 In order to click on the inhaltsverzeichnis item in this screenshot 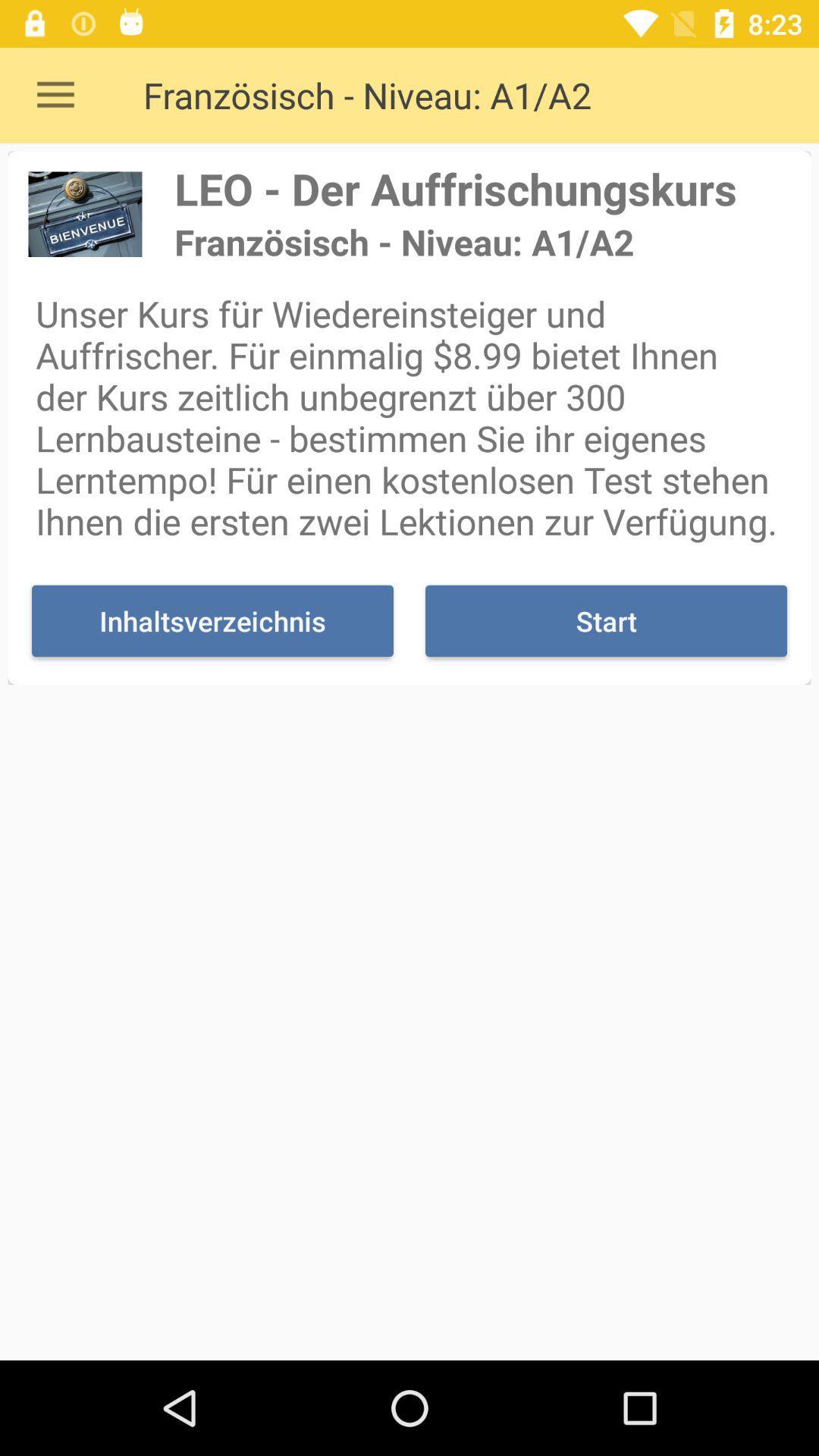, I will do `click(212, 621)`.